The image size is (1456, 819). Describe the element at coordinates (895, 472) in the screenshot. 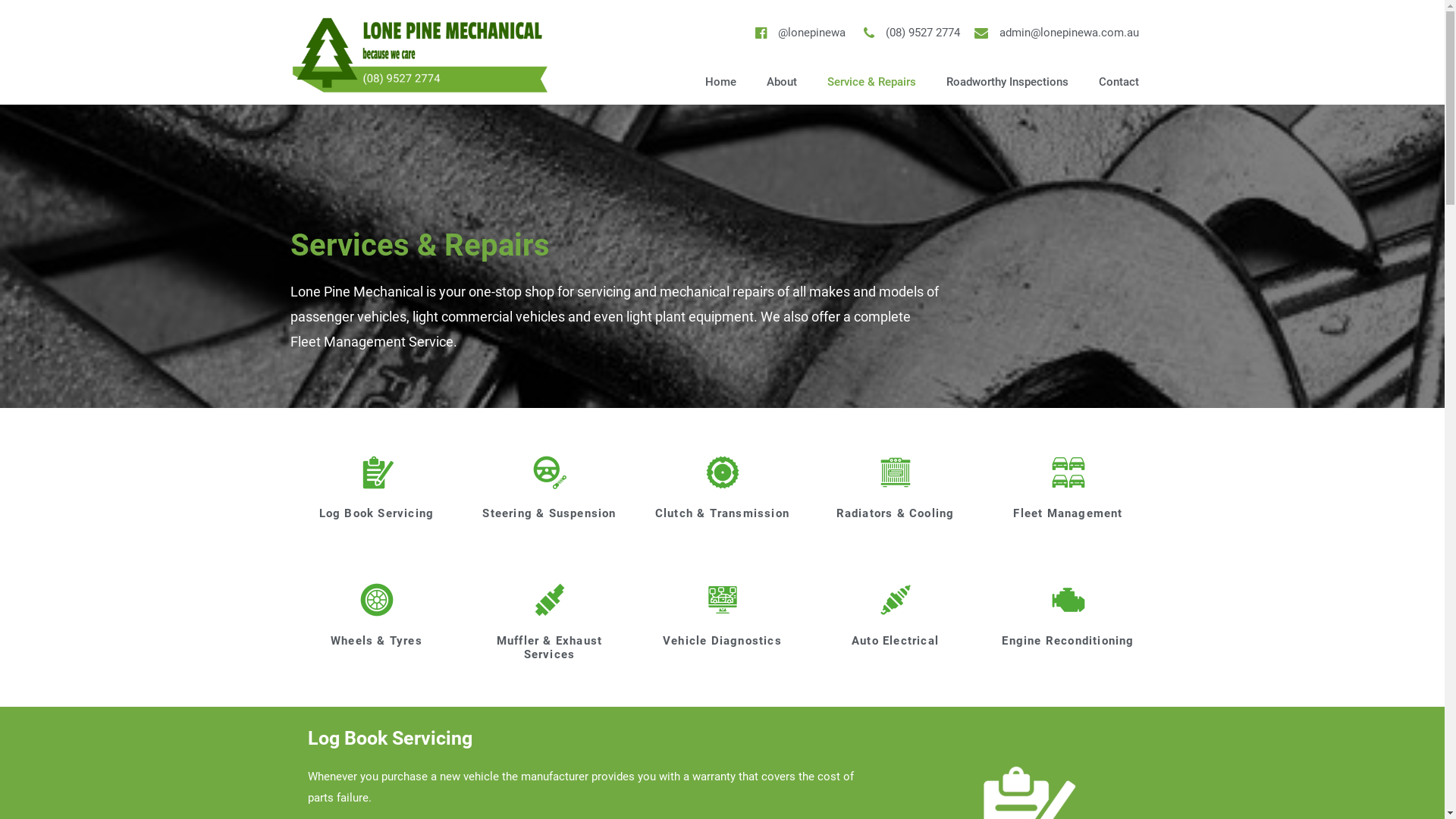

I see `'radiator'` at that location.